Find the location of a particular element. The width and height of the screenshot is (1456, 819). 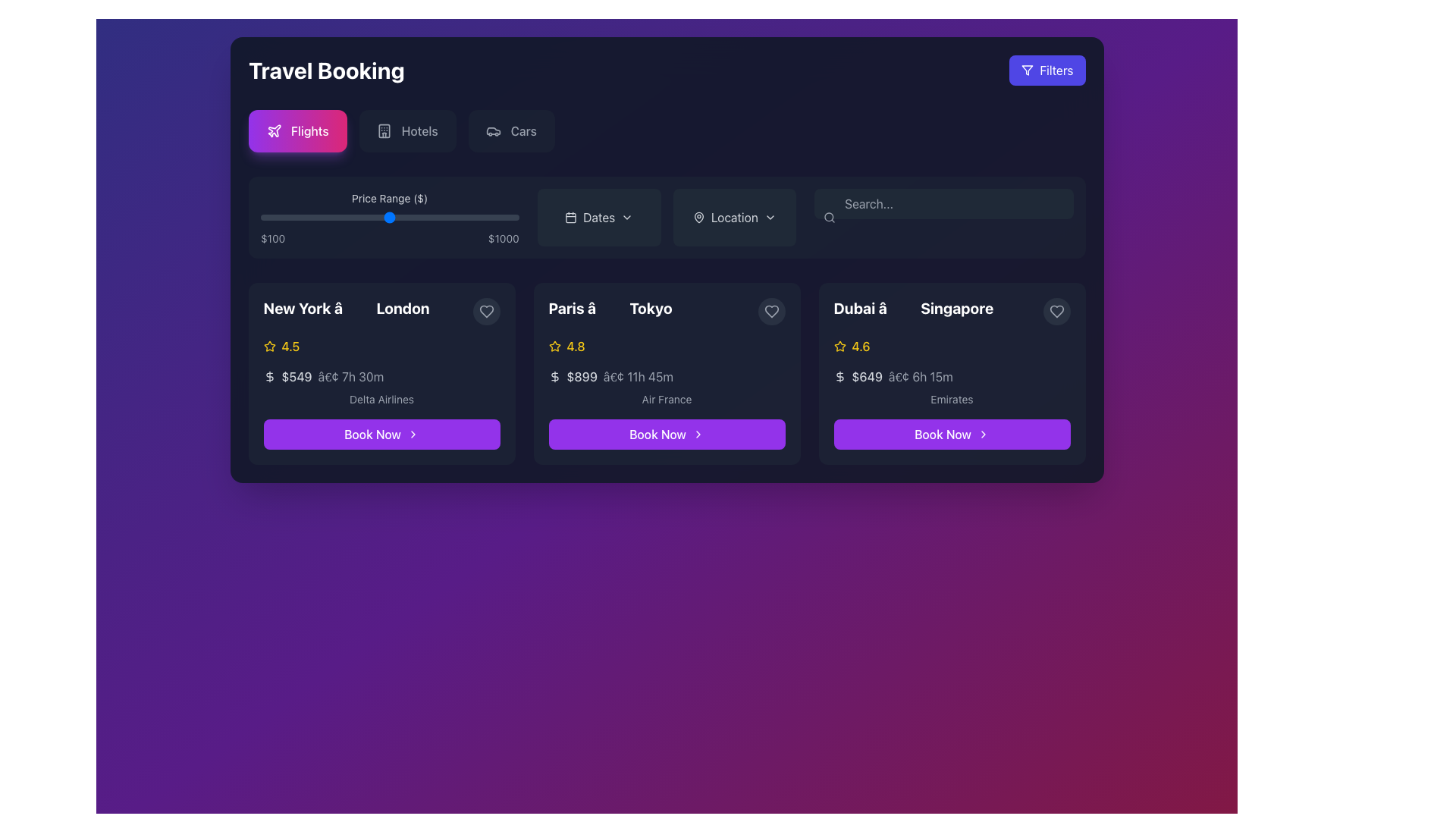

the yellow star icon located in the second card section from the left, which represents the trip from 'Paris' to 'Tokyo' is located at coordinates (554, 346).